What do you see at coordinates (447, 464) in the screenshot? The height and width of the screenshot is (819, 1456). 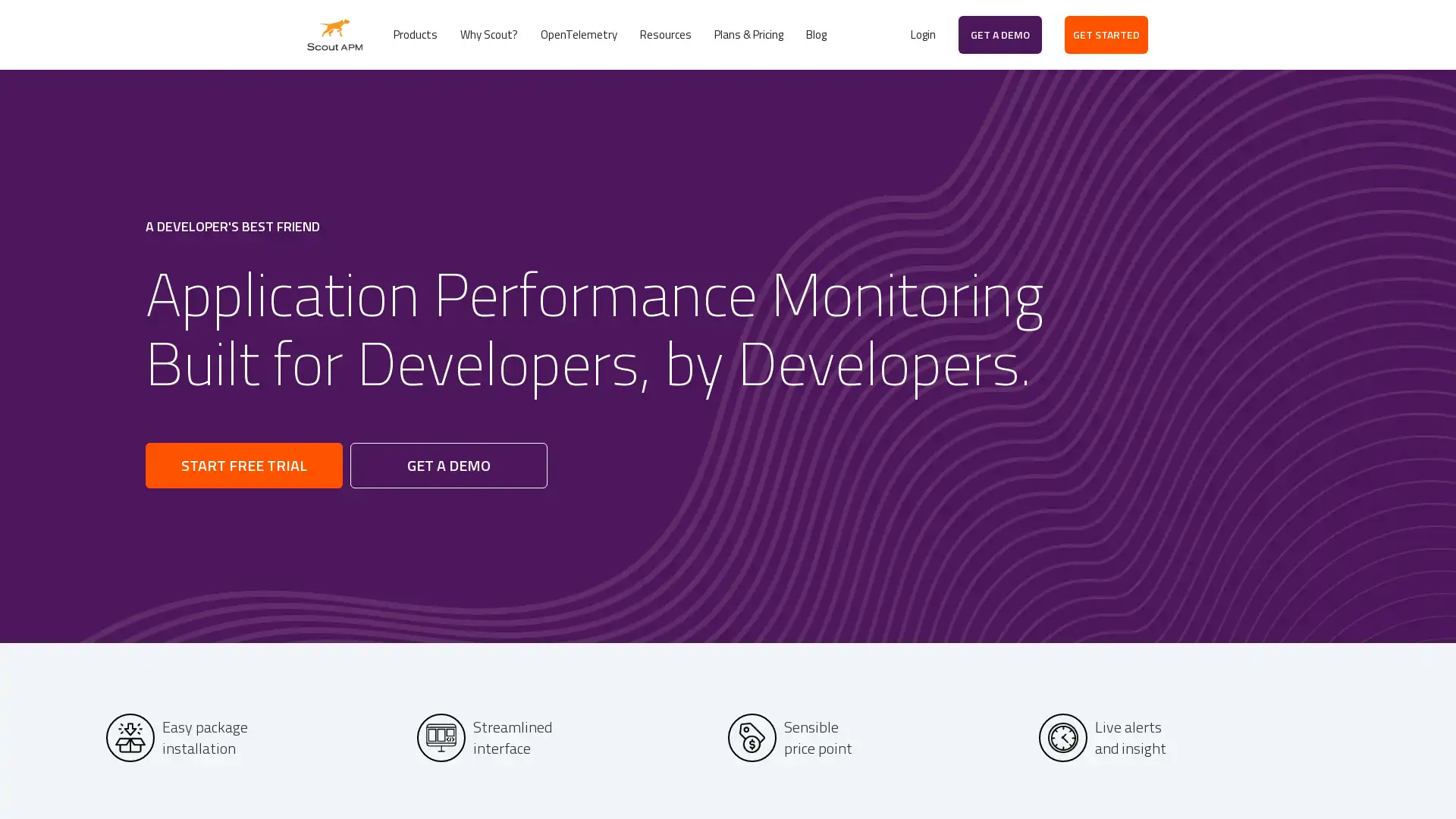 I see `GET A DEMO` at bounding box center [447, 464].